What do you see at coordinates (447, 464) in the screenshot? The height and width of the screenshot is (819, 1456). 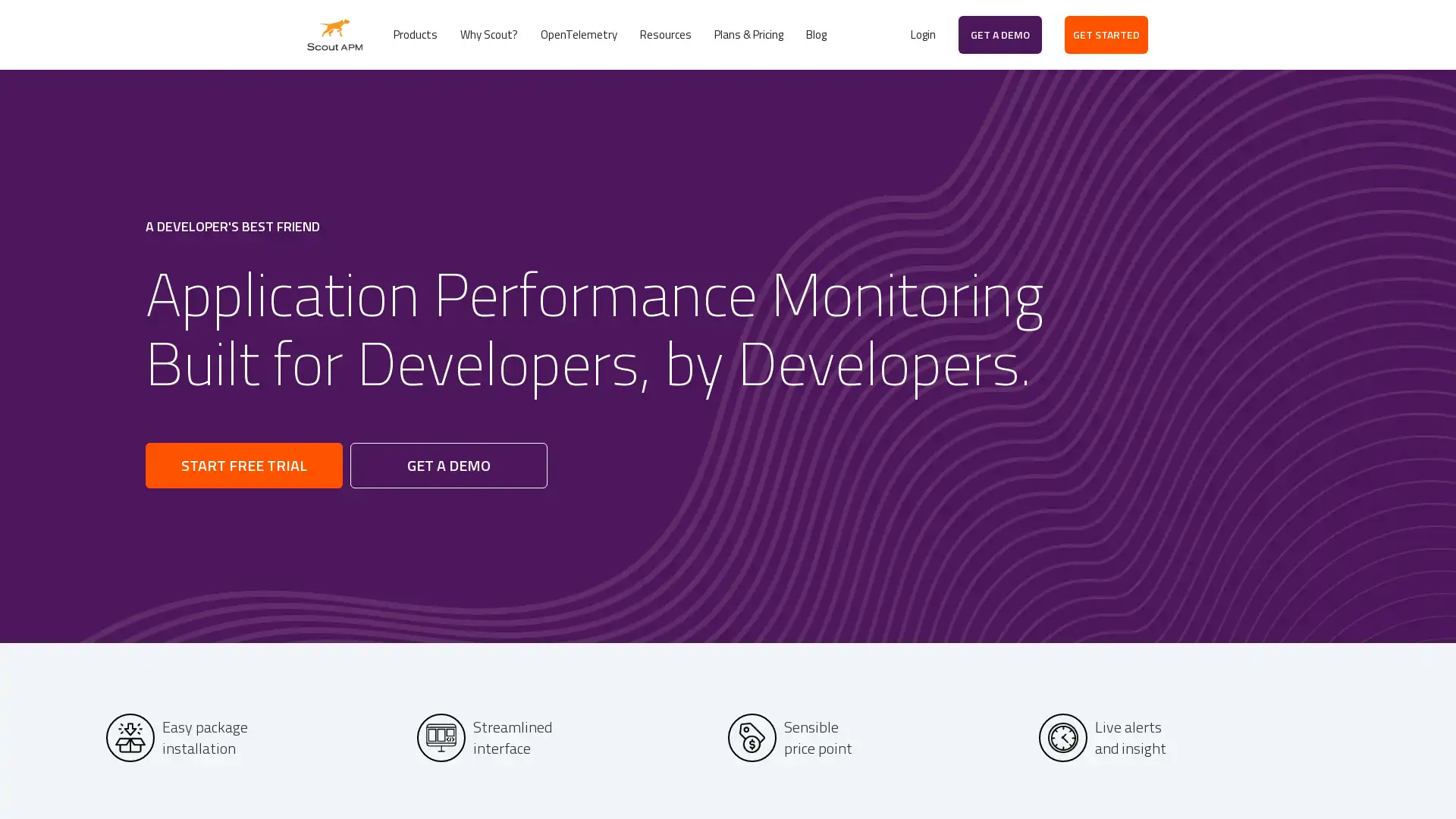 I see `GET A DEMO` at bounding box center [447, 464].